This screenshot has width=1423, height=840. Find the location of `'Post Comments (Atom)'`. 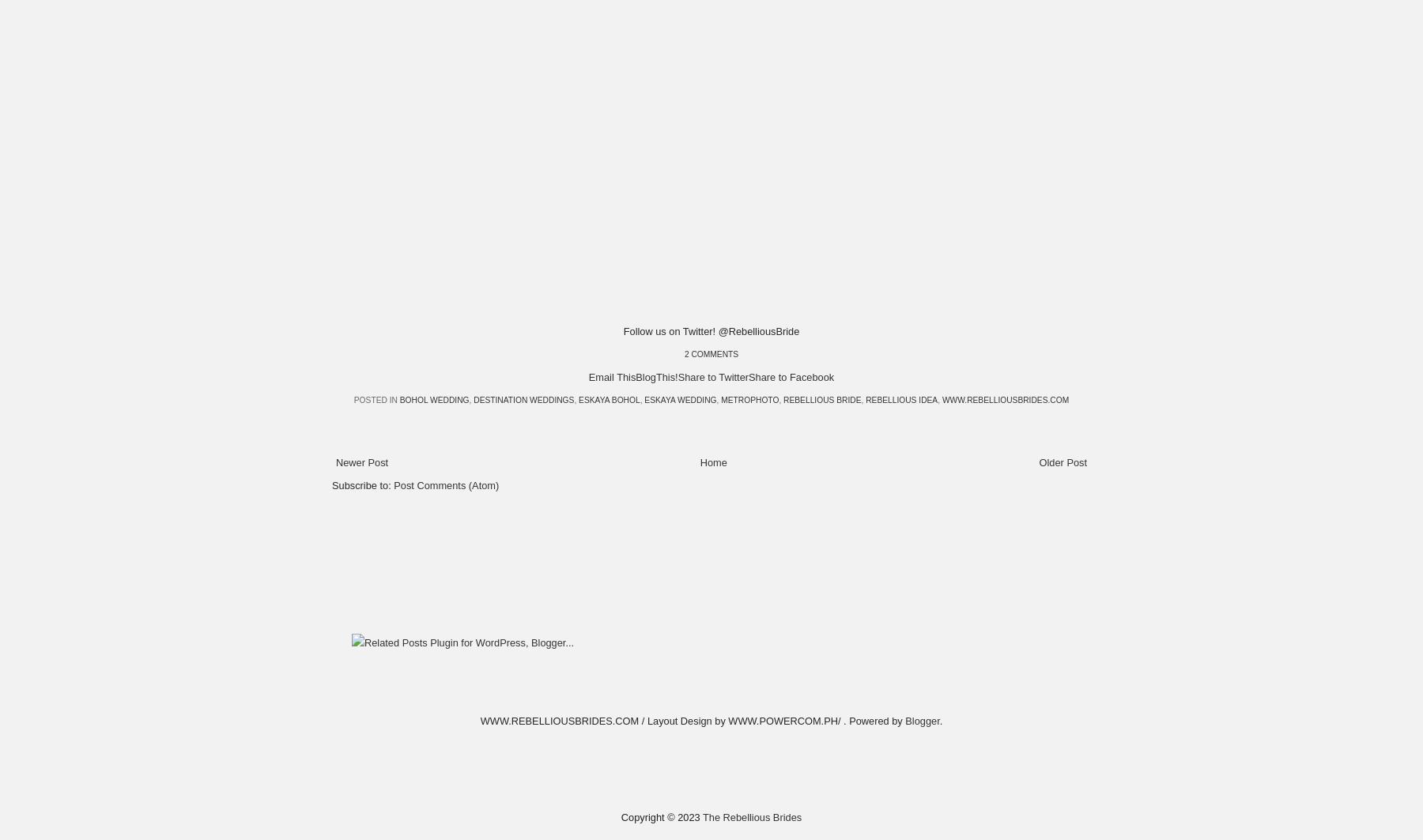

'Post Comments (Atom)' is located at coordinates (446, 484).